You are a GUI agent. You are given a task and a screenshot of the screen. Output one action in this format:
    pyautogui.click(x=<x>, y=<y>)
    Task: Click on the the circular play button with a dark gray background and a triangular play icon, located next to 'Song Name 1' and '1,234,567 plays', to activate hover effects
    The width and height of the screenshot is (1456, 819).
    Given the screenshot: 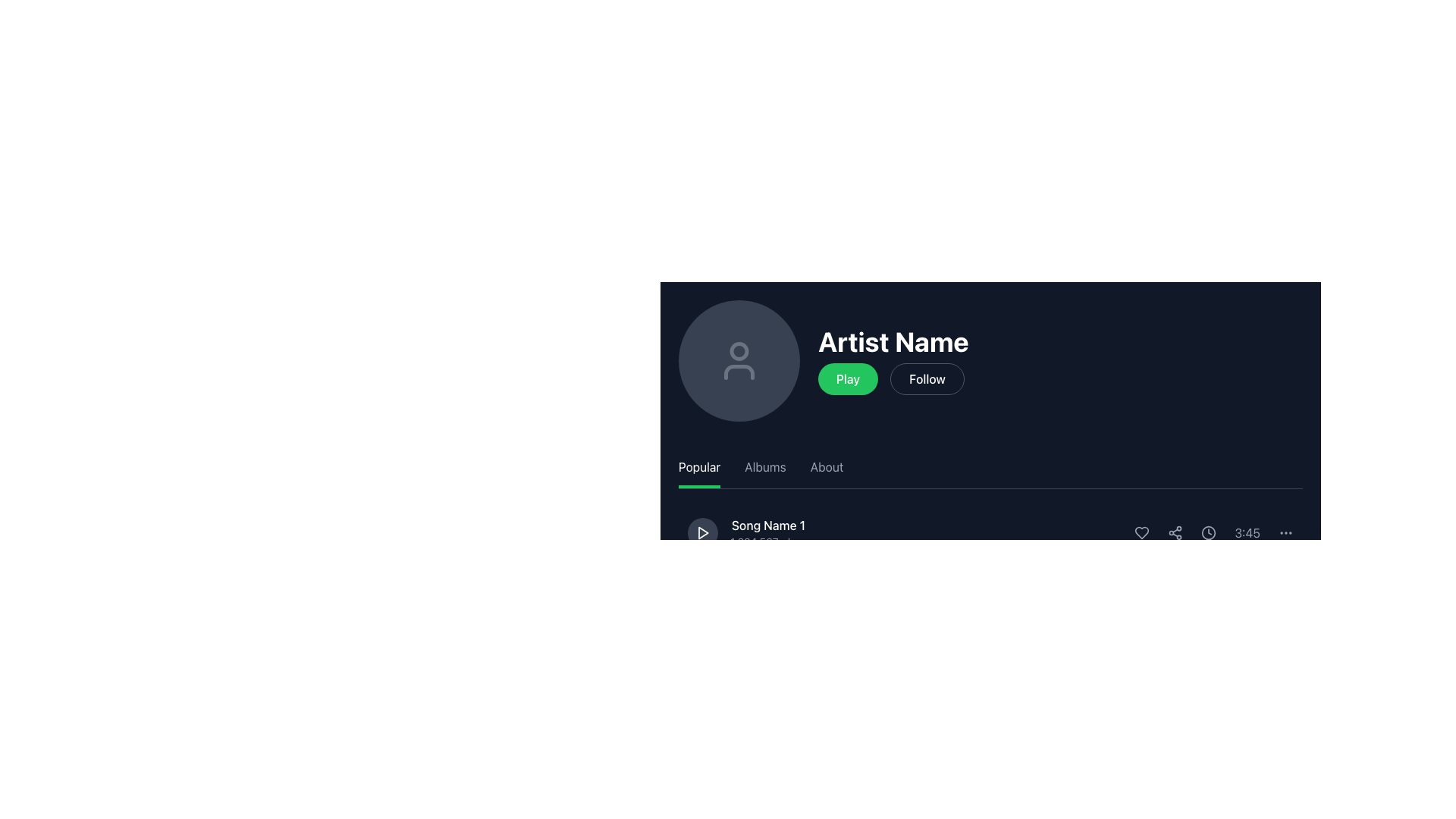 What is the action you would take?
    pyautogui.click(x=701, y=532)
    